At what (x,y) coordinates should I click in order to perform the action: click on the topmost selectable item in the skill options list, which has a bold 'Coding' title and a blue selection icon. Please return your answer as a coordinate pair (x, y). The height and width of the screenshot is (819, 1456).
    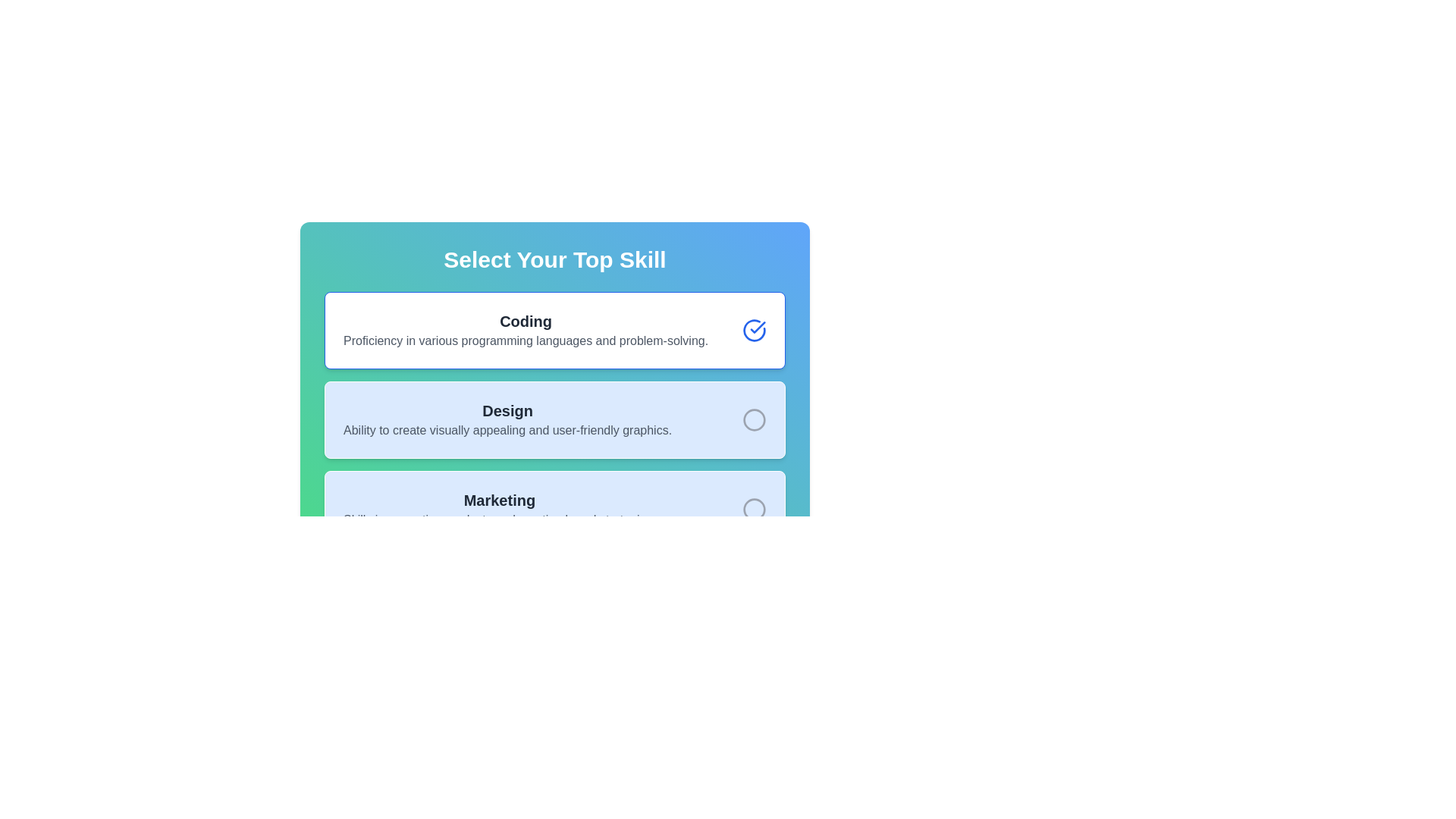
    Looking at the image, I should click on (554, 359).